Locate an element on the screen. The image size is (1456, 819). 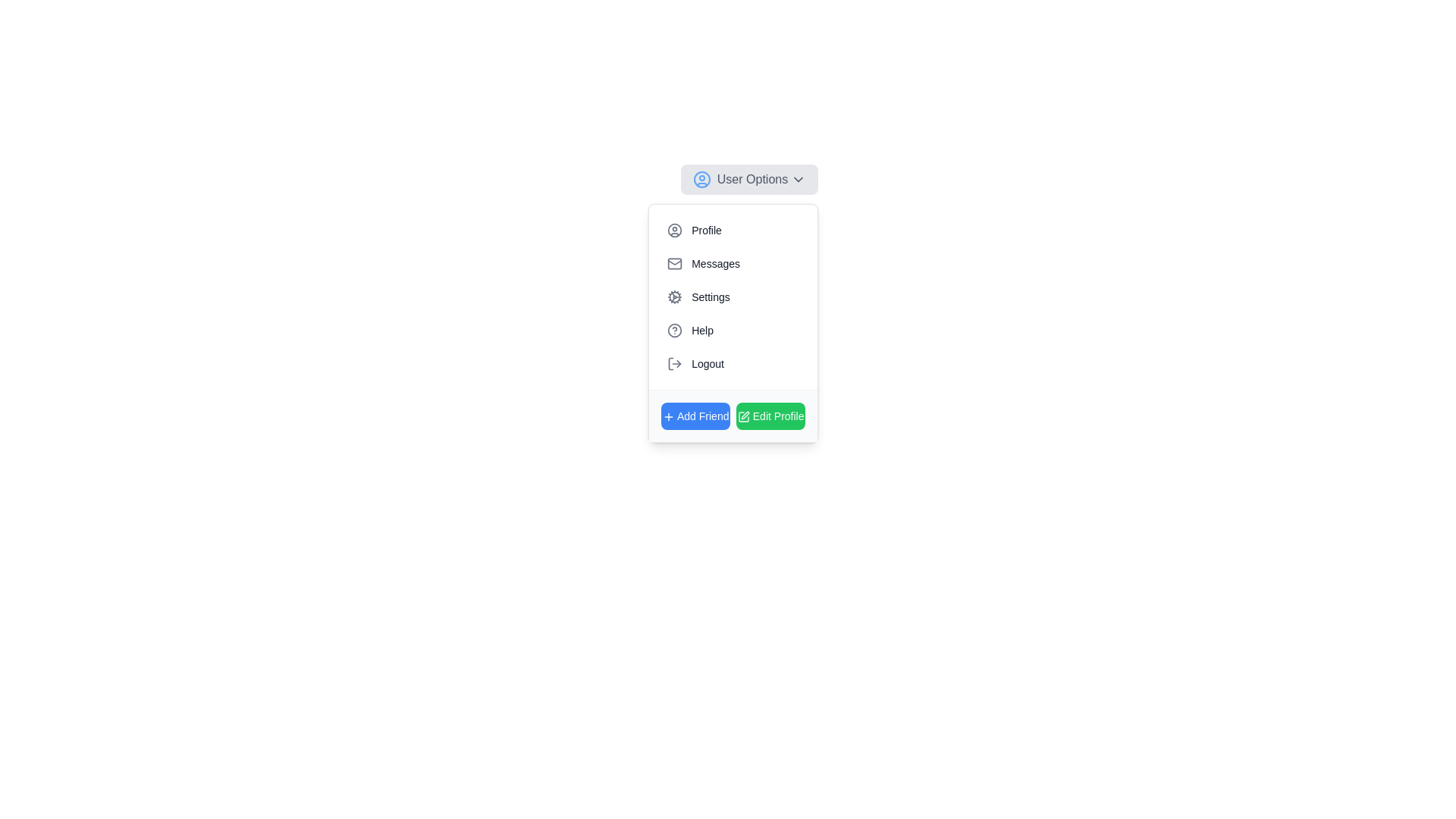
the 'Add Friend' button, which is a blue button with white text and a plus icon, located within the dropdown menu under the 'User Options' button is located at coordinates (733, 416).